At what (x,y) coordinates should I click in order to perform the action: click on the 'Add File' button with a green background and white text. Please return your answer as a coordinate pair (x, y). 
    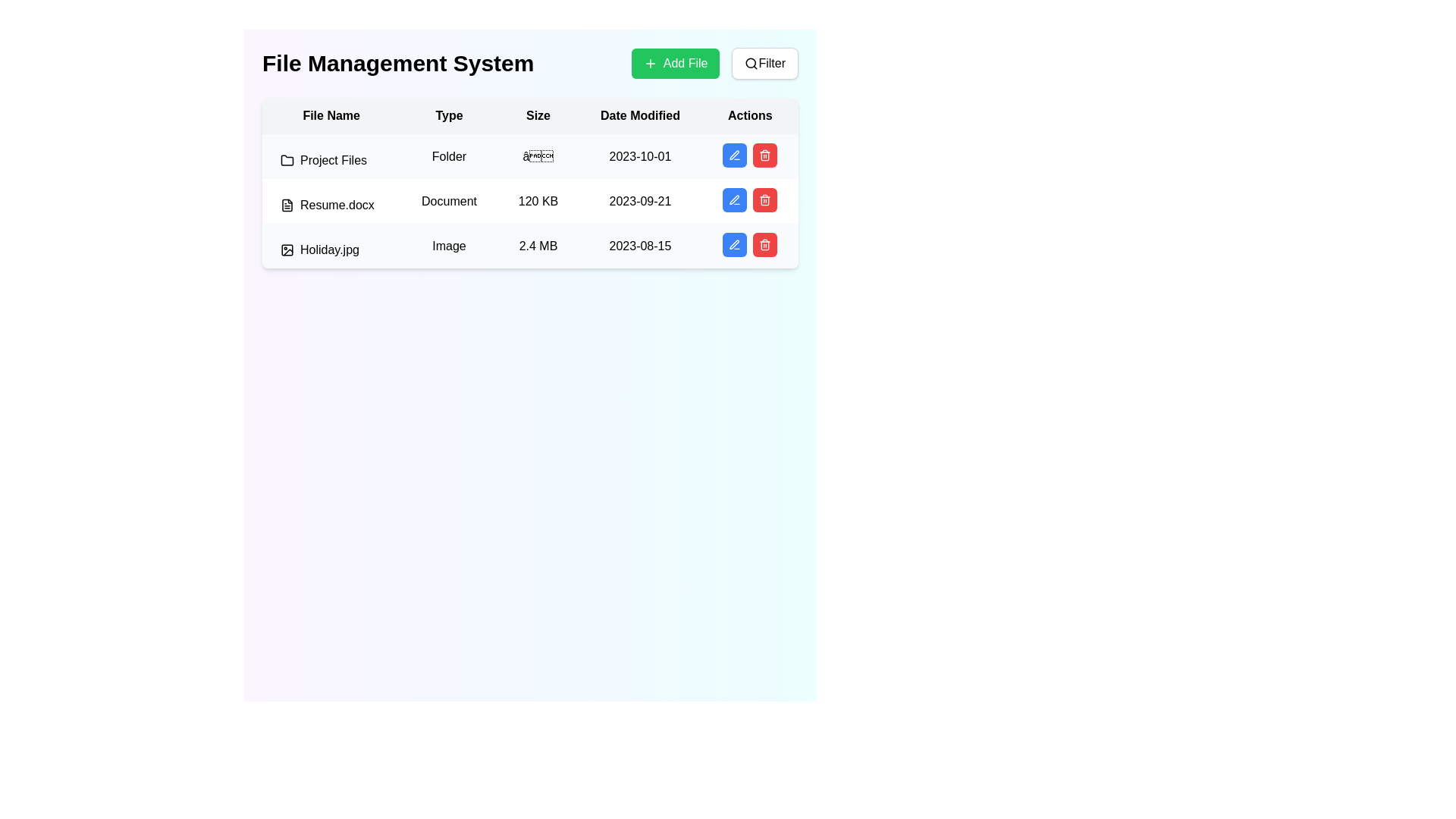
    Looking at the image, I should click on (714, 63).